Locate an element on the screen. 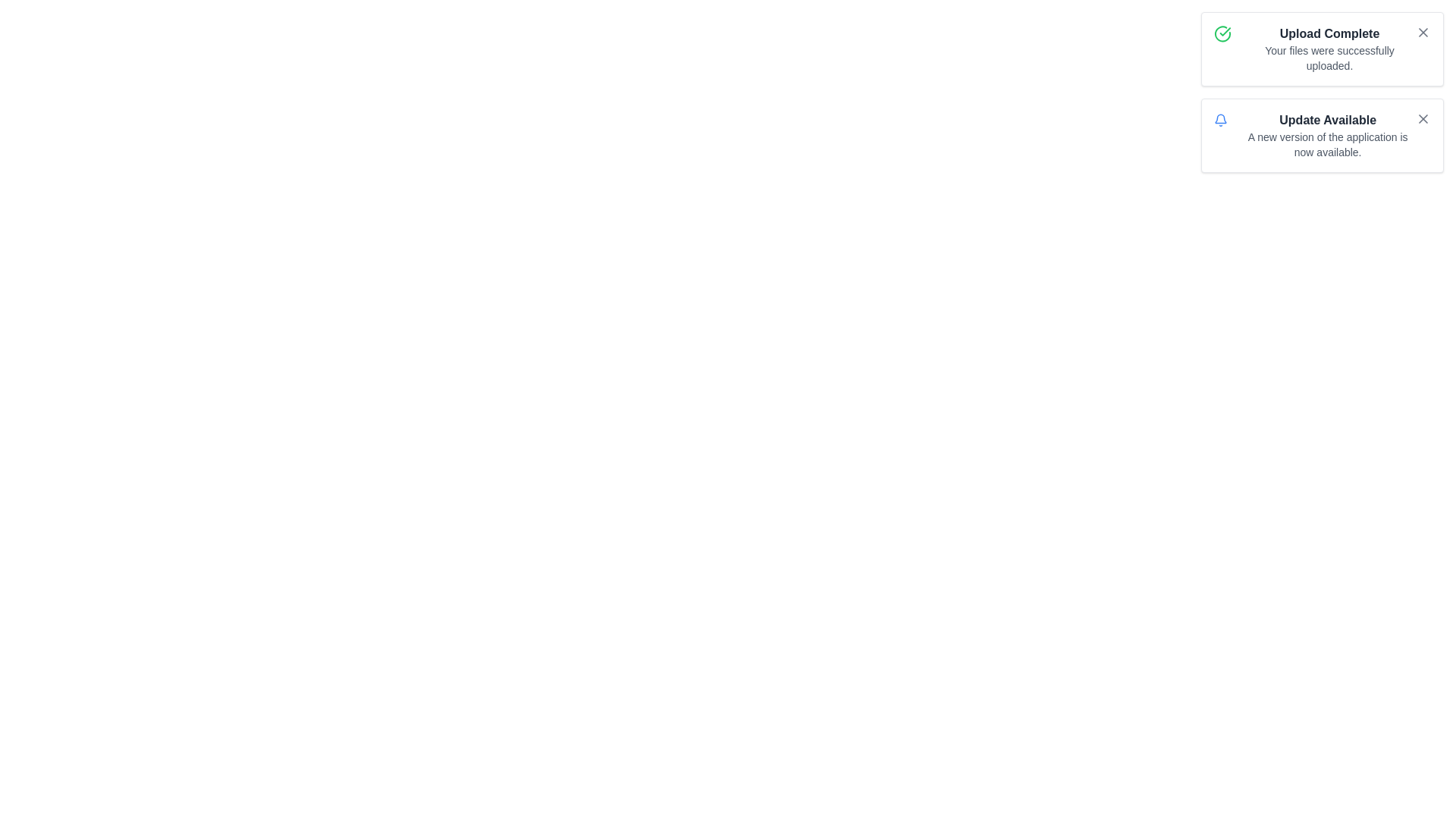 This screenshot has width=1456, height=819. informational text label located below the 'Update Available' title in the notification area of the interface is located at coordinates (1327, 145).